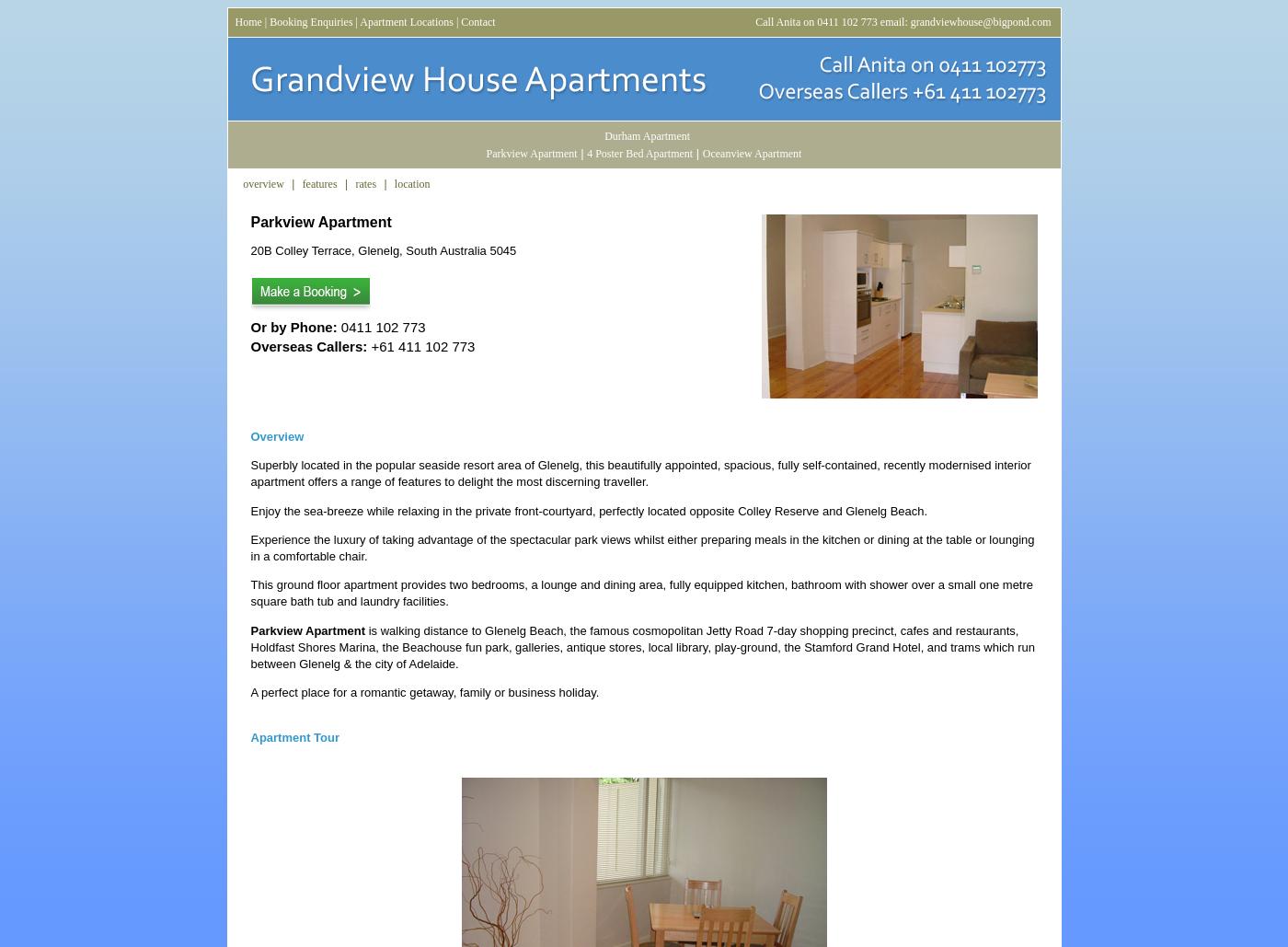  Describe the element at coordinates (588, 509) in the screenshot. I see `'Enjoy  the sea-breeze while relaxing in the private front-courtyard, perfectly located  opposite Colley Reserve and Glenelg   Beach.'` at that location.